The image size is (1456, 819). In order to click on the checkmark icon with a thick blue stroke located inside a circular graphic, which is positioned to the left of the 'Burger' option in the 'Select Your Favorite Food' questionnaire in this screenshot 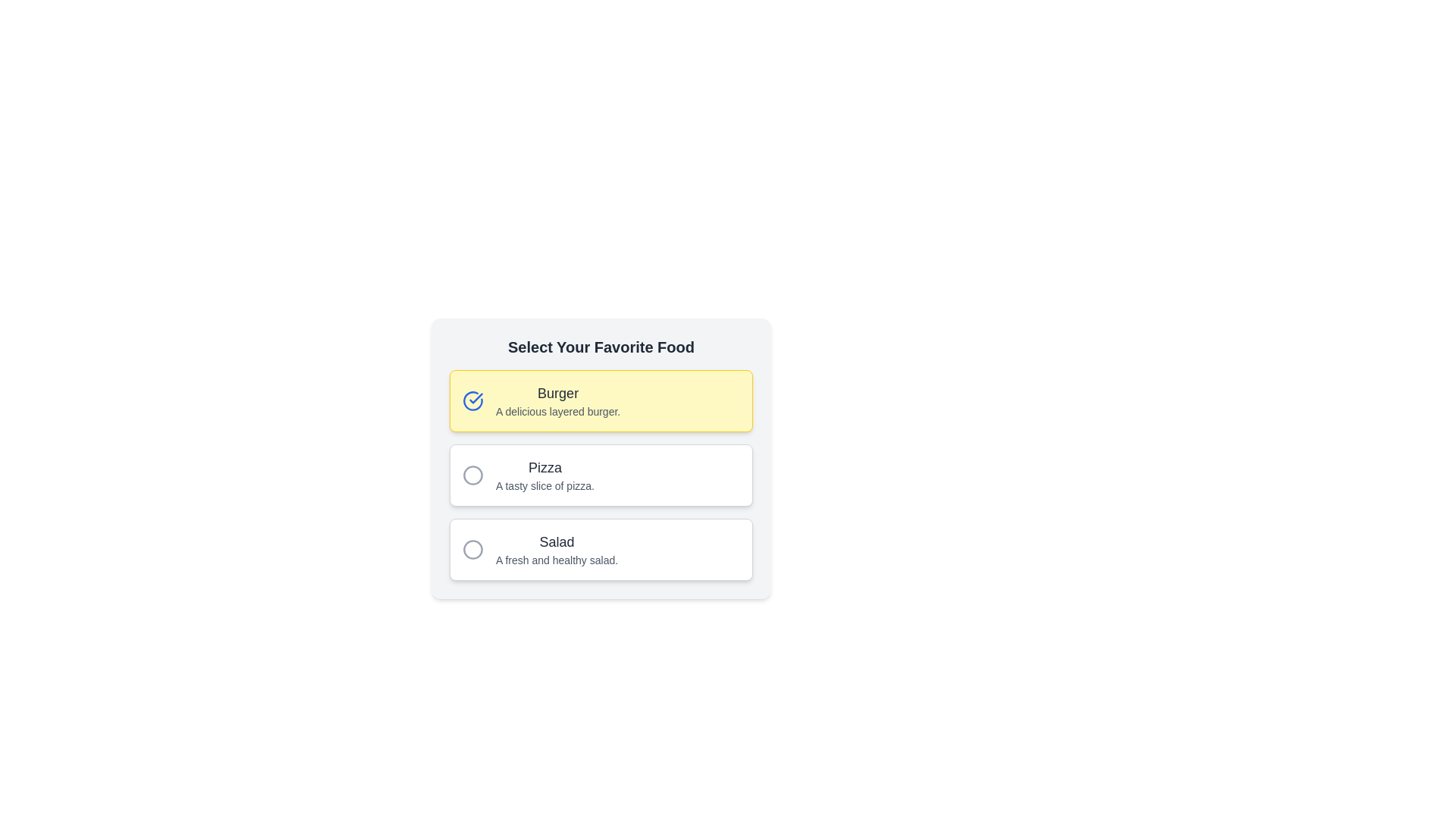, I will do `click(475, 397)`.